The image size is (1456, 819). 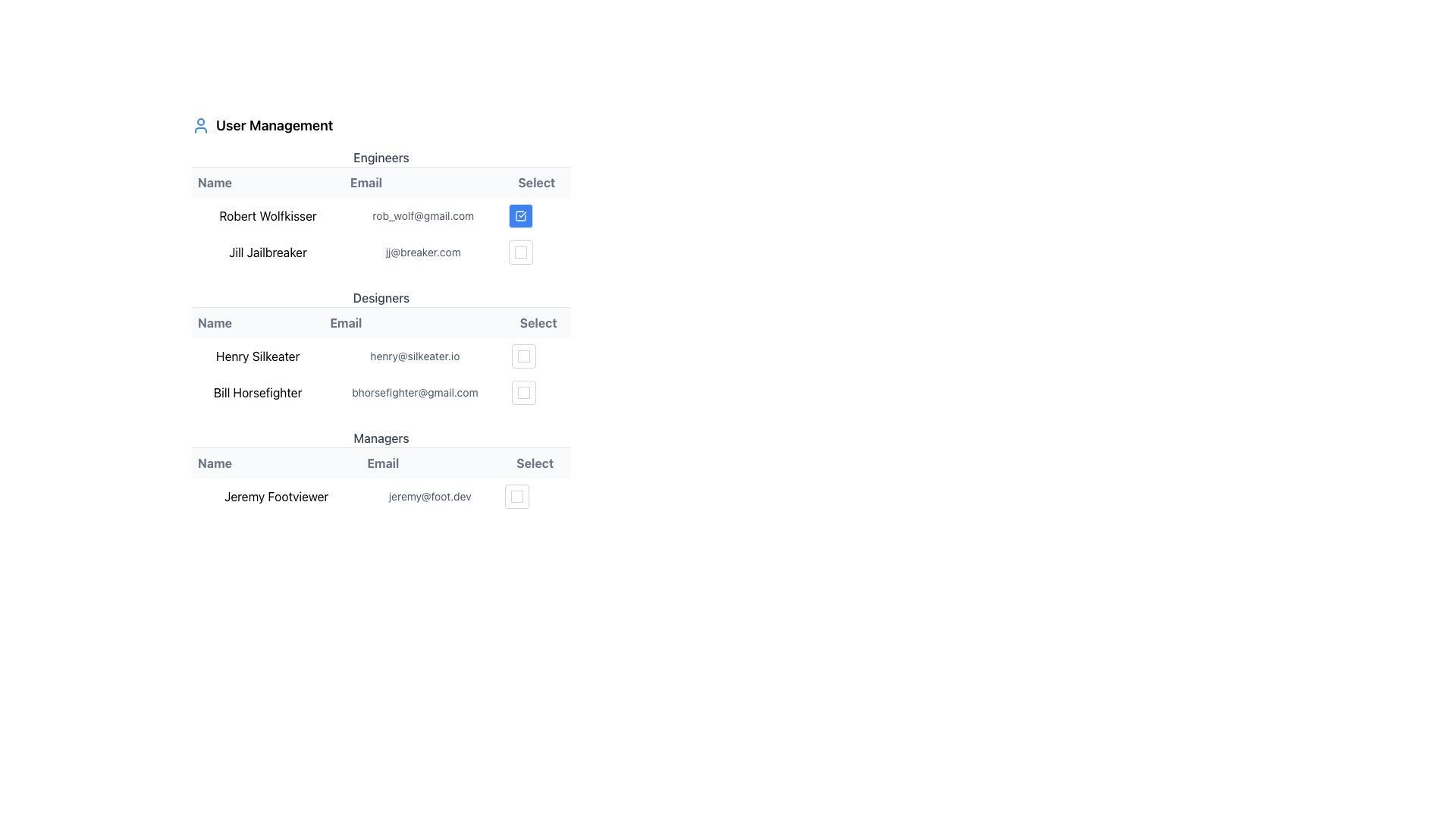 What do you see at coordinates (536, 251) in the screenshot?
I see `the selectable checkbox located in the rightmost column corresponding to 'Jill Jailbreaker' to focus it` at bounding box center [536, 251].